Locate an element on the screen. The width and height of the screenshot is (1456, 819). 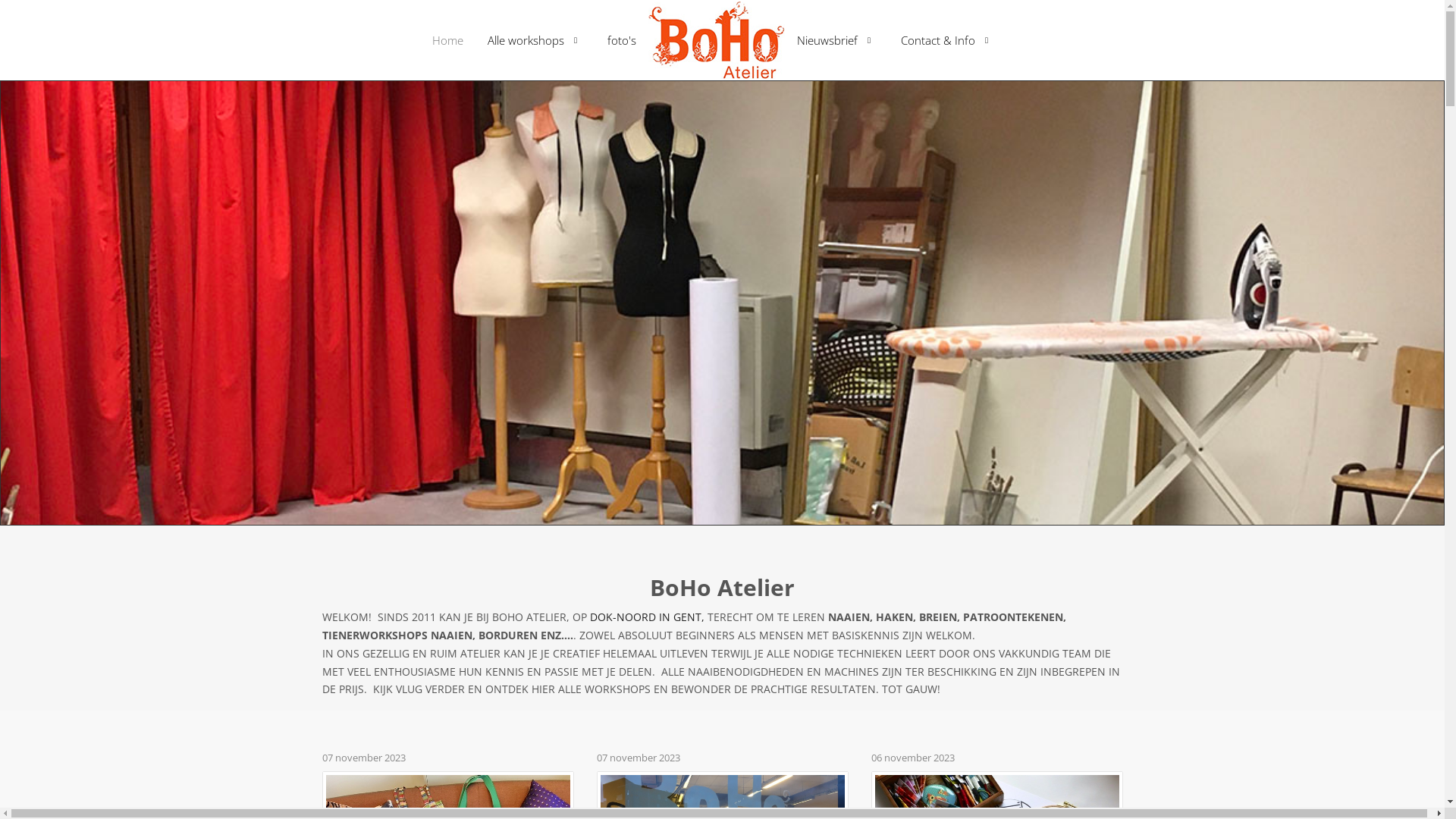
'Alle workshops' is located at coordinates (475, 39).